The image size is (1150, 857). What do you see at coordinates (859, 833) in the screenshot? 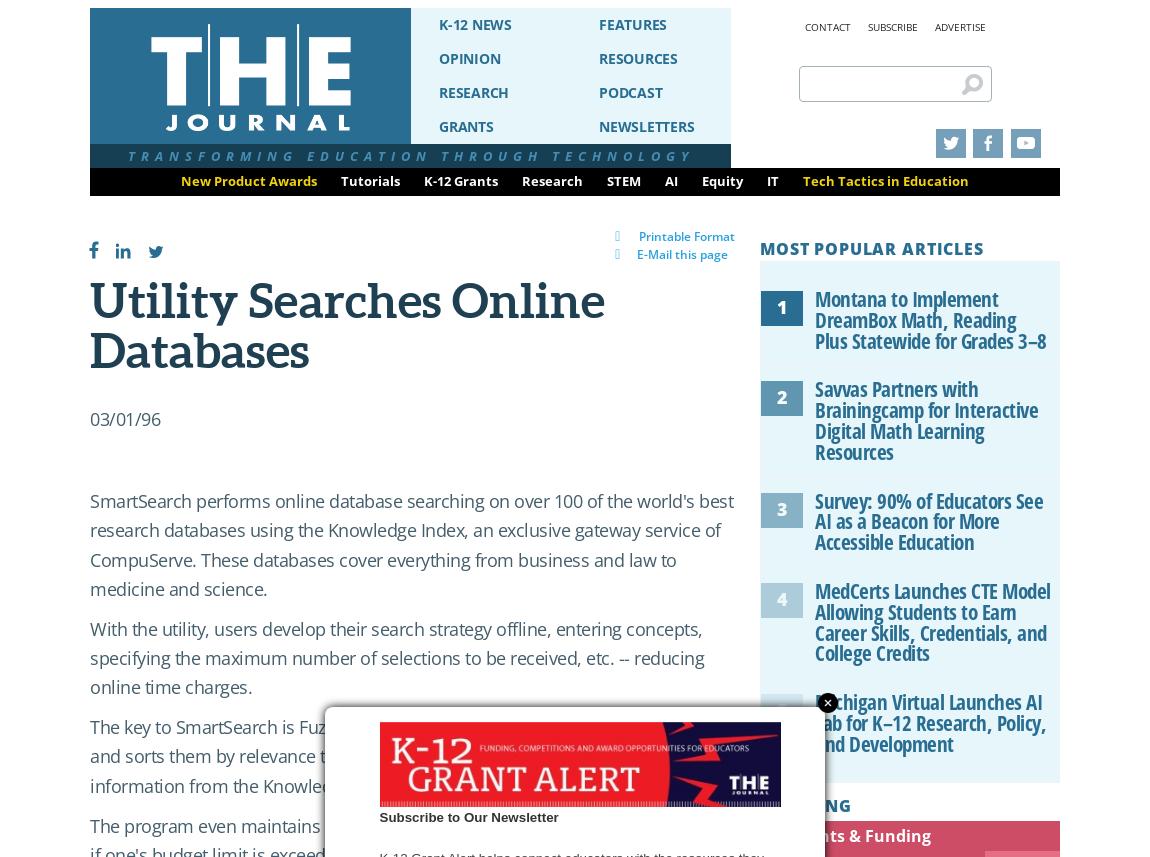
I see `'Grants & Funding'` at bounding box center [859, 833].